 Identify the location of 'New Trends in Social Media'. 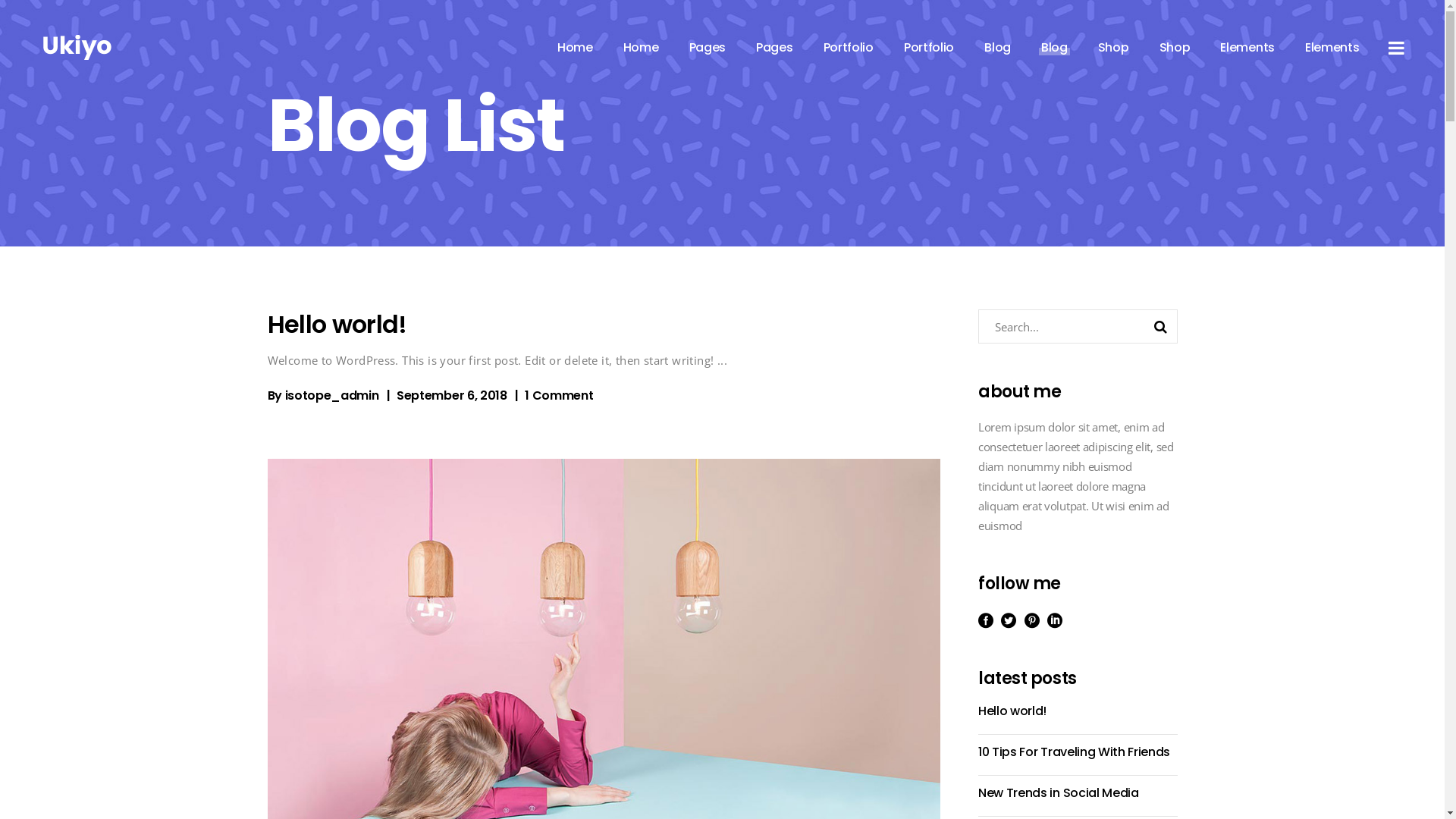
(1058, 792).